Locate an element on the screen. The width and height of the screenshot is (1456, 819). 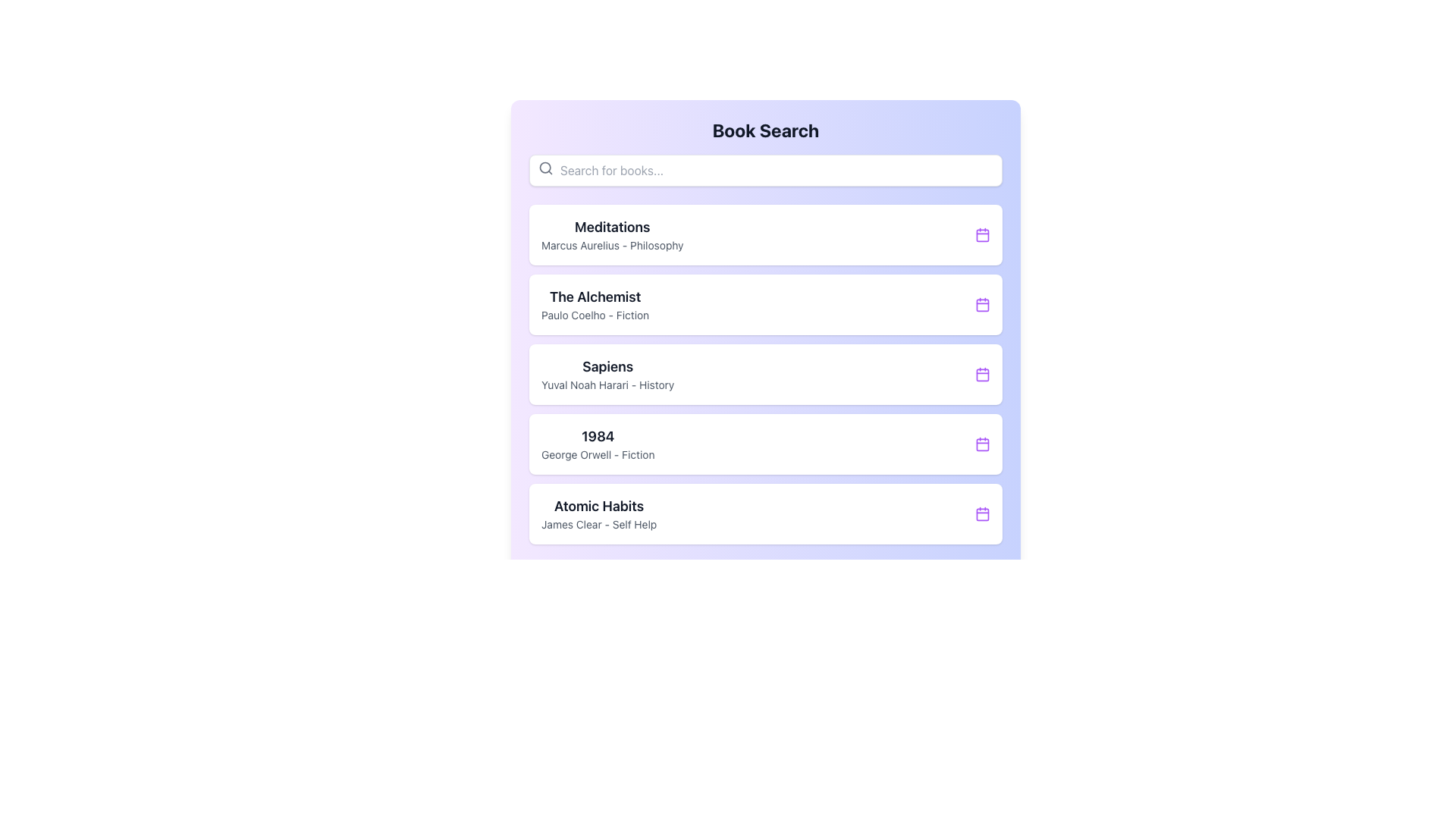
title 'The Alchemist' and author information 'Paulo Coelho - Fiction' from the text block element, which is the second item in a vertically stacked list of books is located at coordinates (595, 304).